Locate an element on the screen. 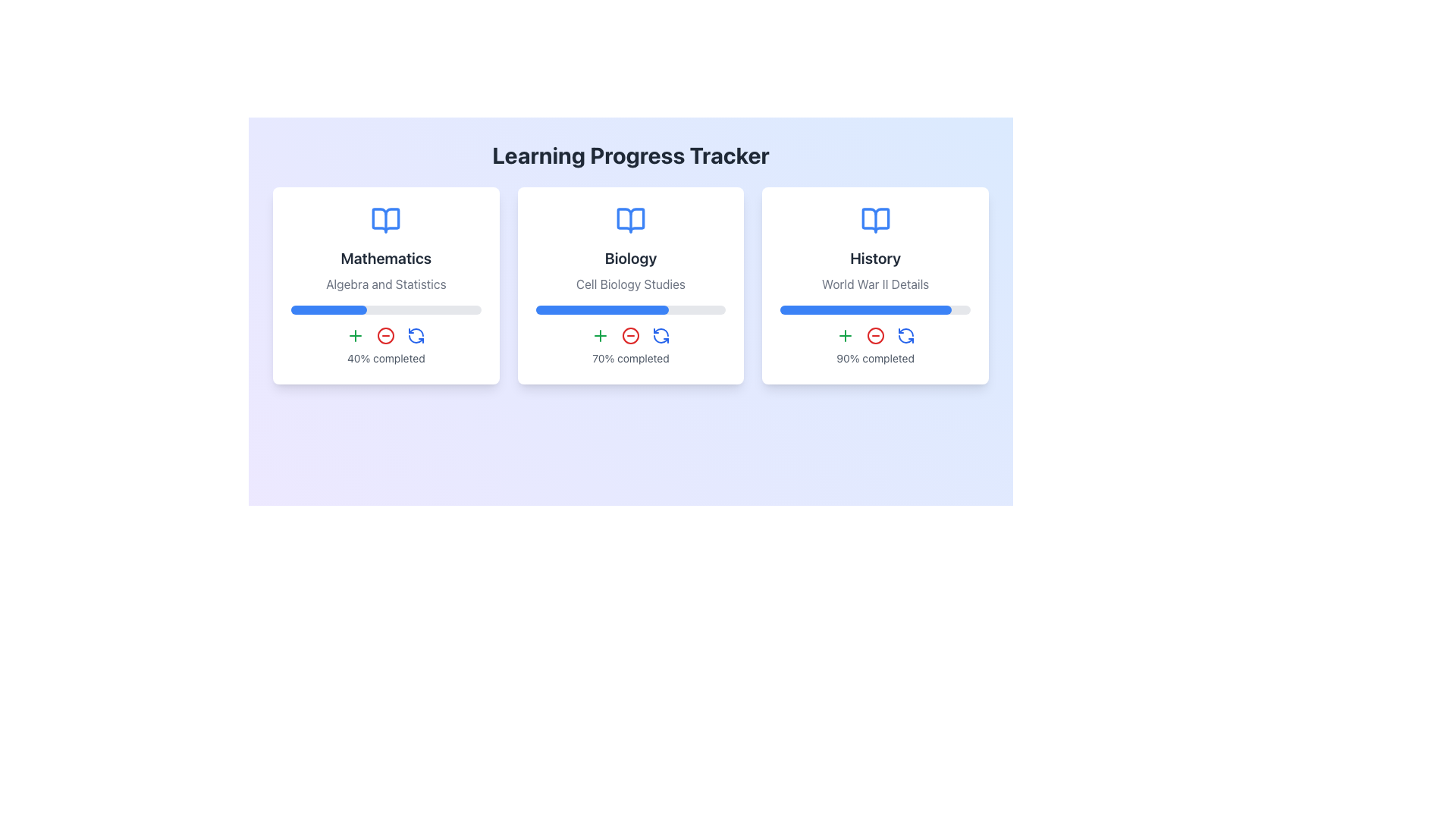  displayed text from the progress tracking card for 'Mathematics', which is the first card in the top-left corner of the grid layout is located at coordinates (386, 286).